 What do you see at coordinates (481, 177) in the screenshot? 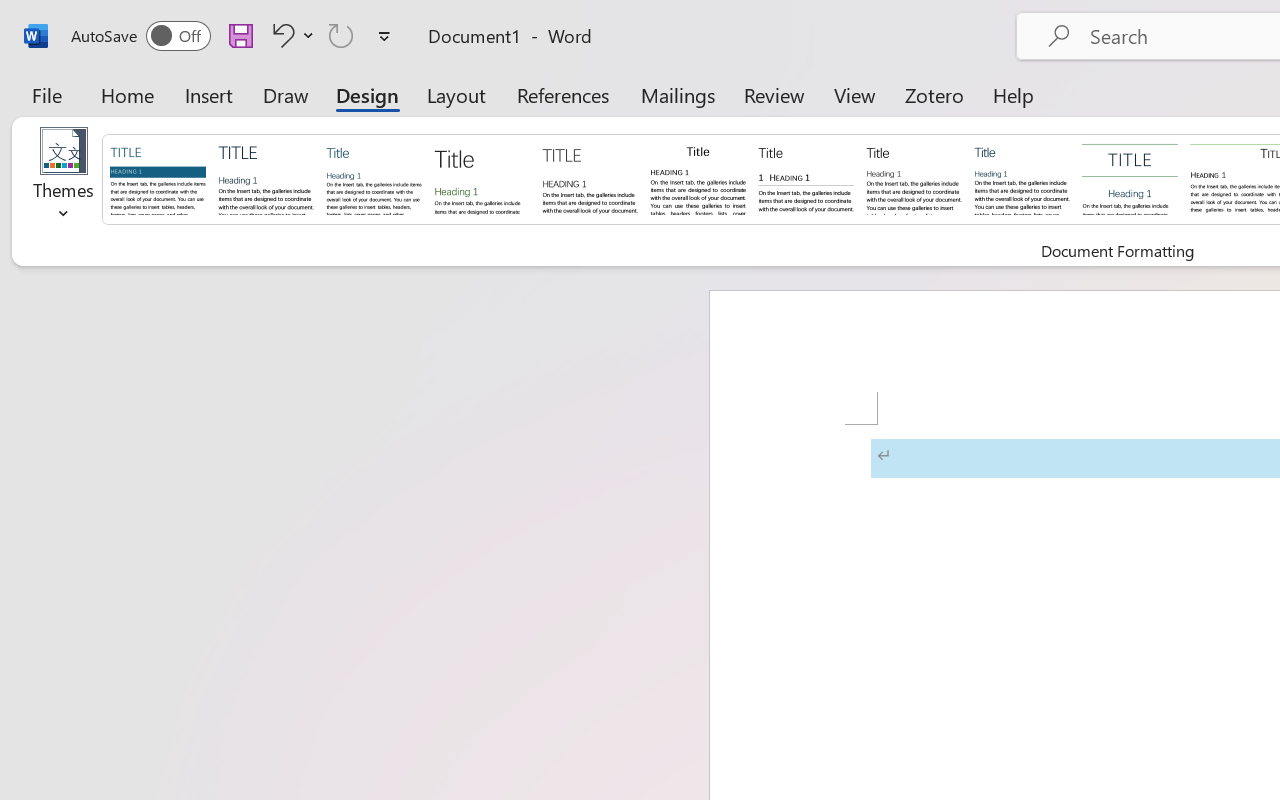
I see `'Basic (Stylish)'` at bounding box center [481, 177].